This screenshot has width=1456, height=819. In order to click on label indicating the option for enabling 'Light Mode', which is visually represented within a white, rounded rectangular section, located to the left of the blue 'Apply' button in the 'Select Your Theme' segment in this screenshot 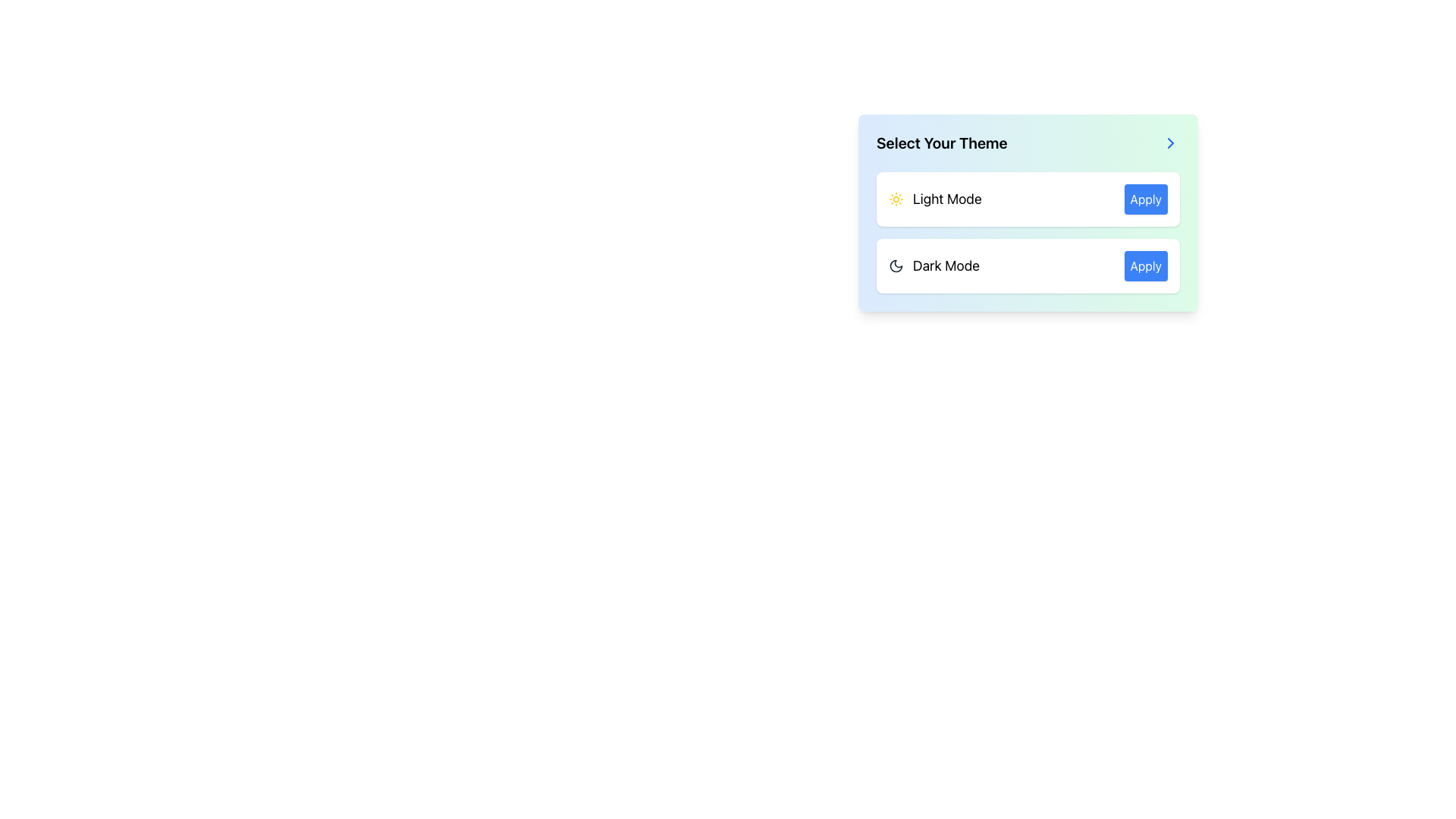, I will do `click(934, 198)`.